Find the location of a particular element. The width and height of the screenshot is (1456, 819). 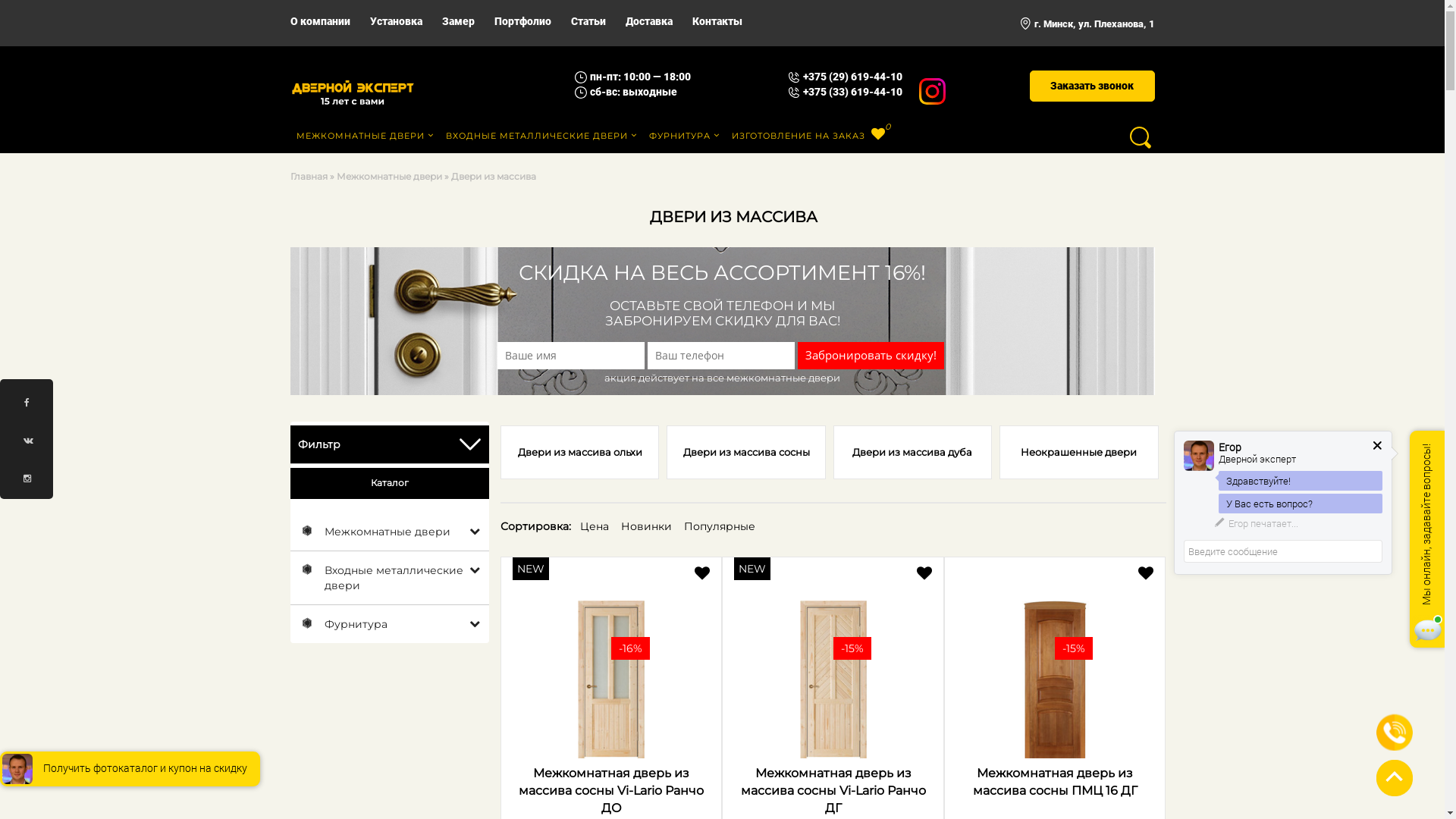

'+375 (33) 619-44-10' is located at coordinates (852, 91).